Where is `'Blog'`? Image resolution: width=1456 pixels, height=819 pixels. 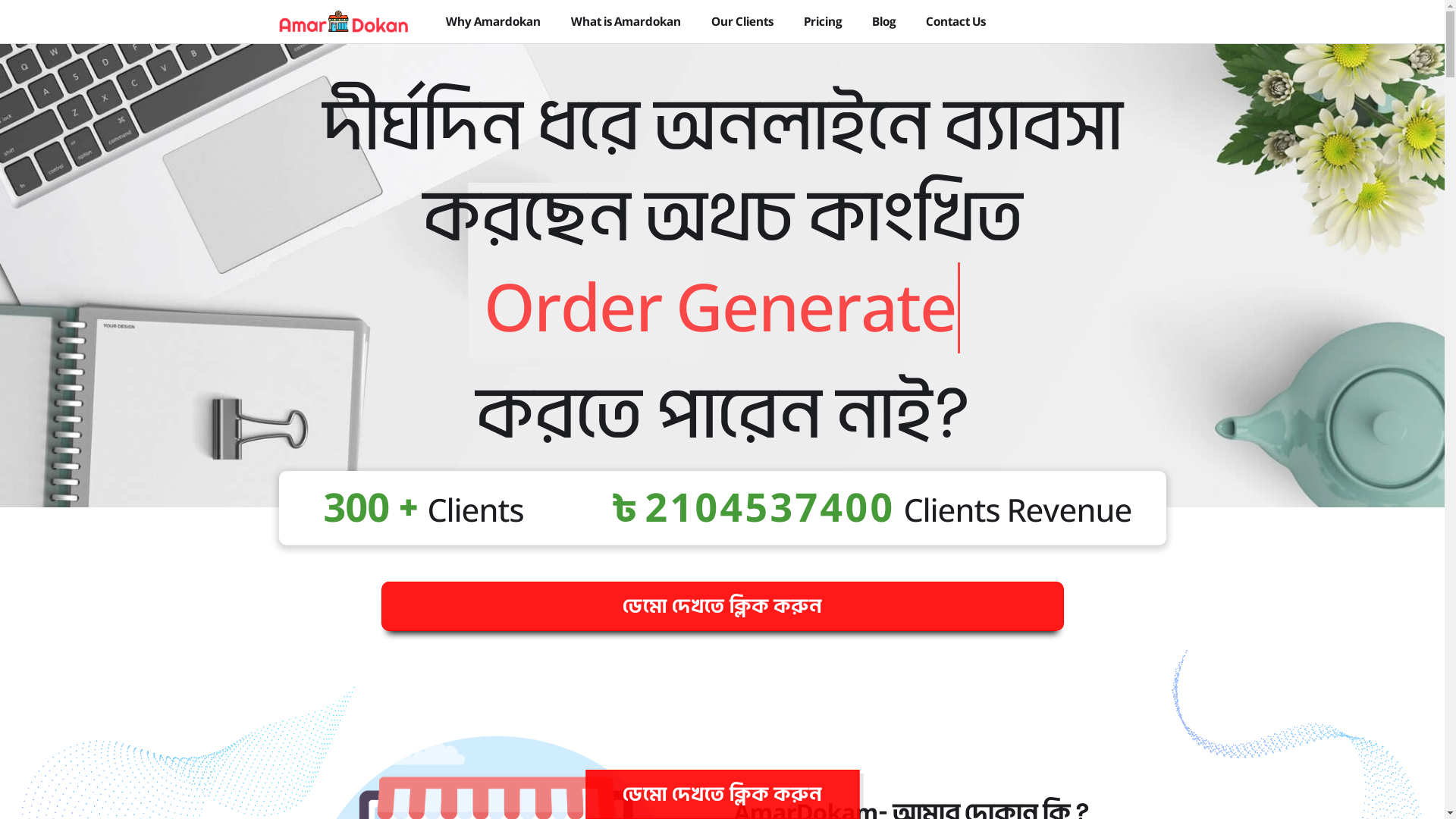
'Blog' is located at coordinates (883, 21).